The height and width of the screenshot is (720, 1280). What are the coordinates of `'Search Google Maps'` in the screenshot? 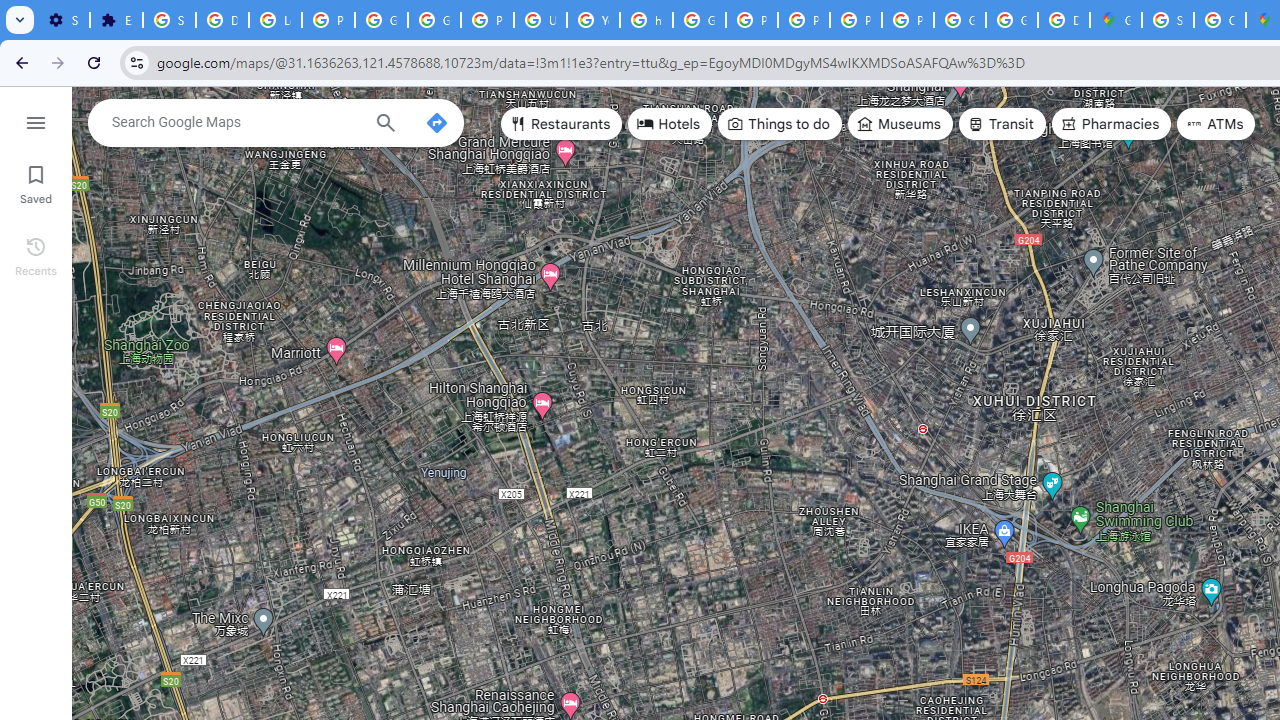 It's located at (235, 122).